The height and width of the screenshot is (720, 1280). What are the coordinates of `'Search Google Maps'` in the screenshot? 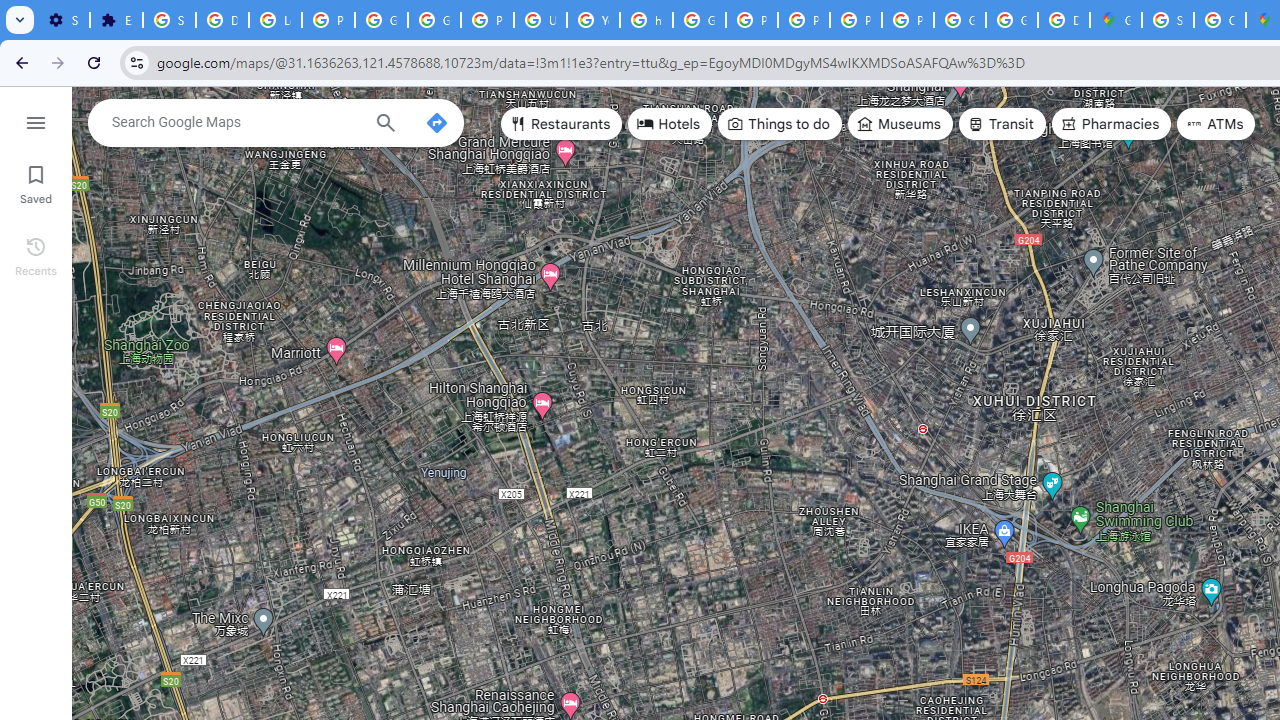 It's located at (235, 122).